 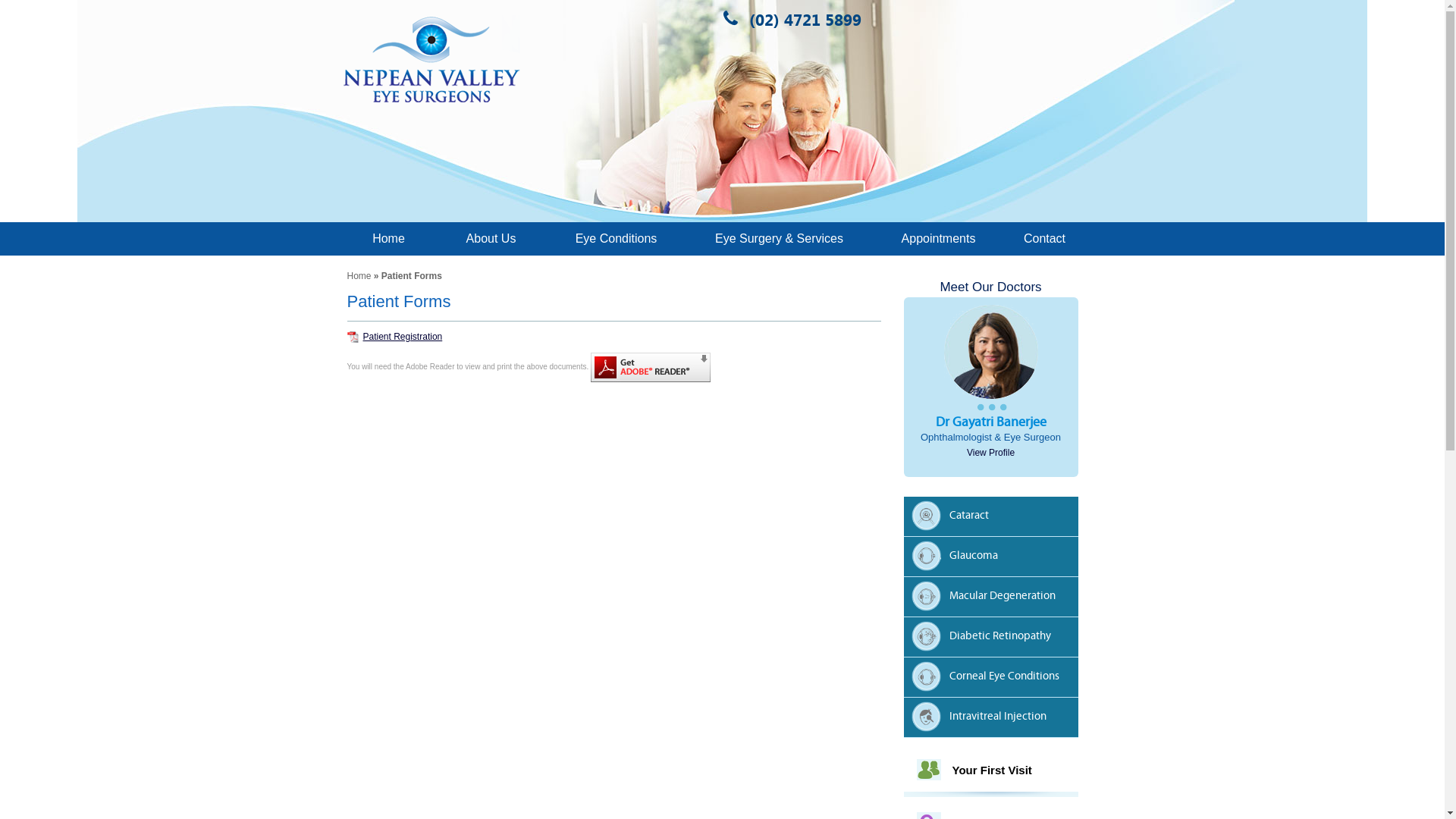 I want to click on 'Intravitreal Injection', so click(x=994, y=718).